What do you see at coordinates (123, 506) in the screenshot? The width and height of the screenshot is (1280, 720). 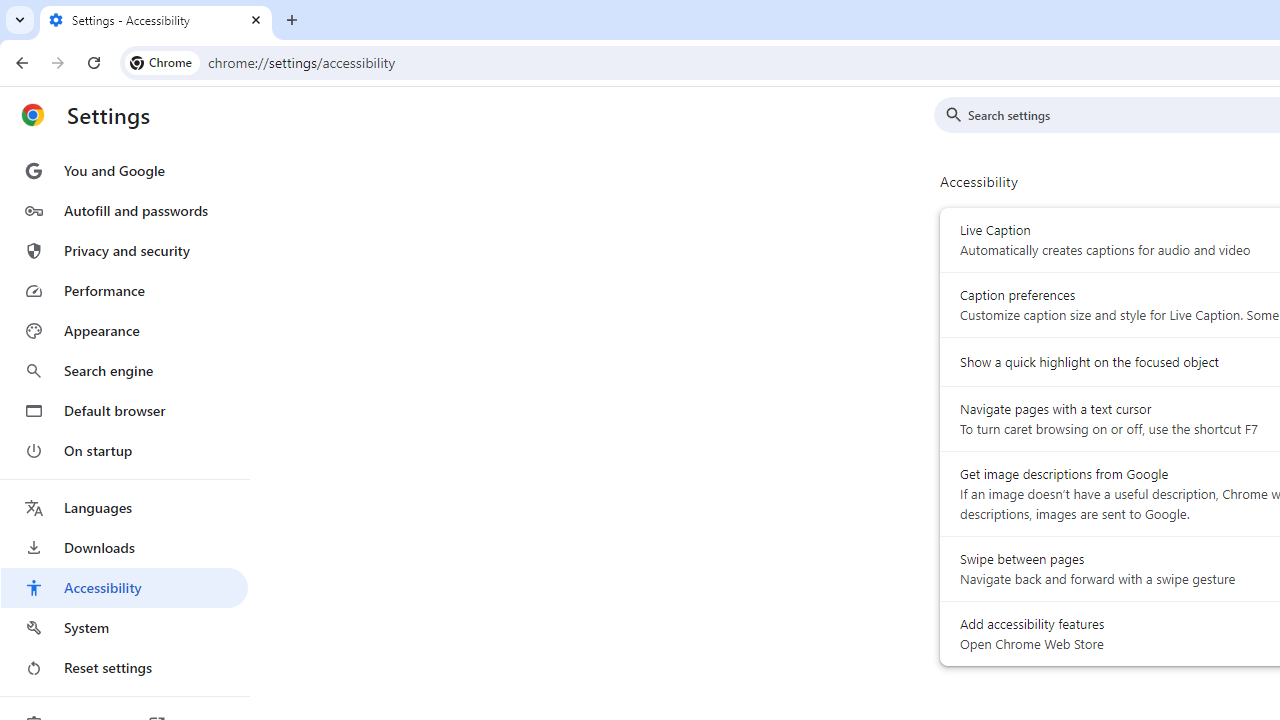 I see `'Languages'` at bounding box center [123, 506].